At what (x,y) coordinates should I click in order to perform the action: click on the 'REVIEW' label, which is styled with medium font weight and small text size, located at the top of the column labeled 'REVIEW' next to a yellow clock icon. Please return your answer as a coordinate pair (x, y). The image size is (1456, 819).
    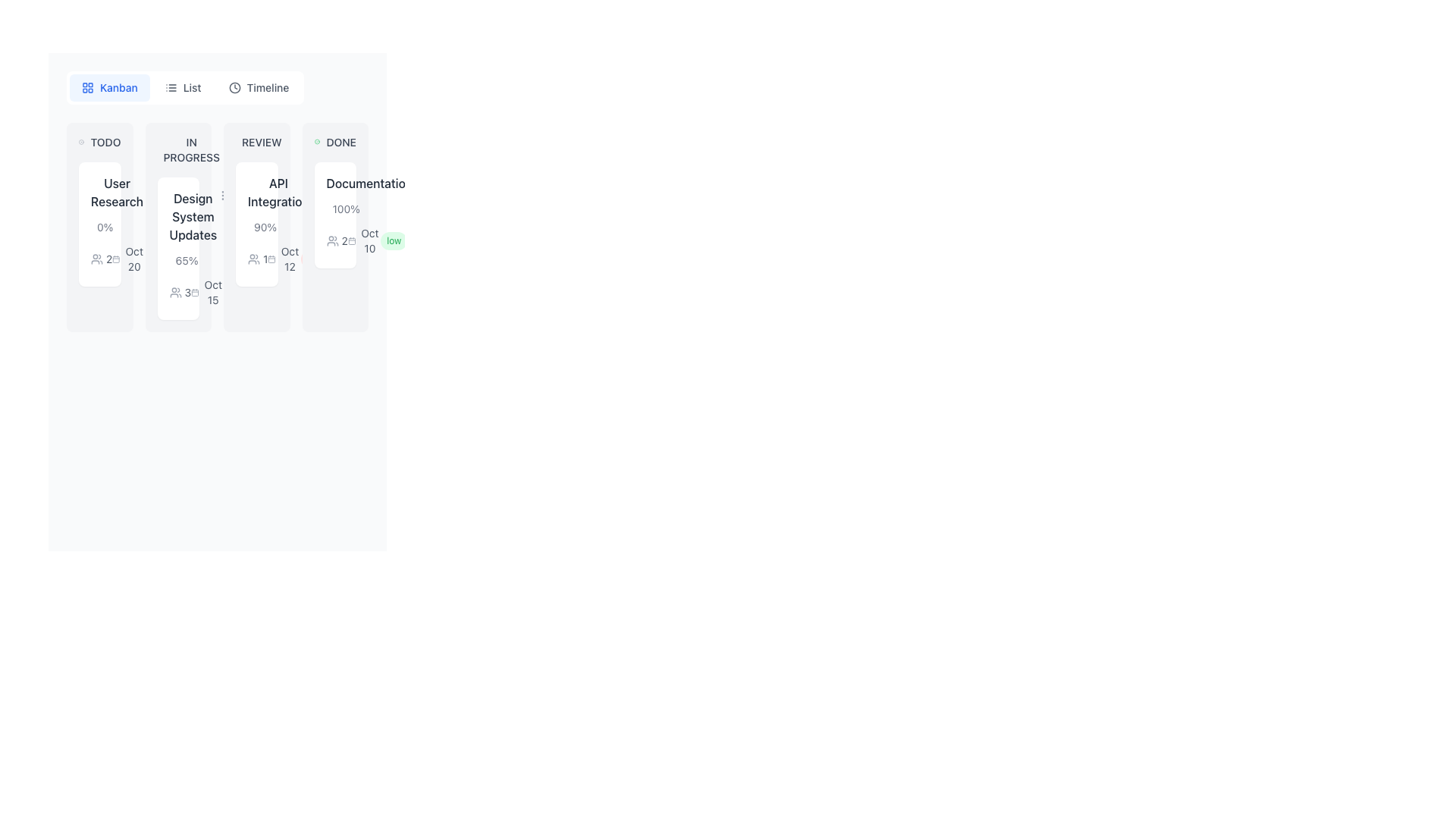
    Looking at the image, I should click on (256, 143).